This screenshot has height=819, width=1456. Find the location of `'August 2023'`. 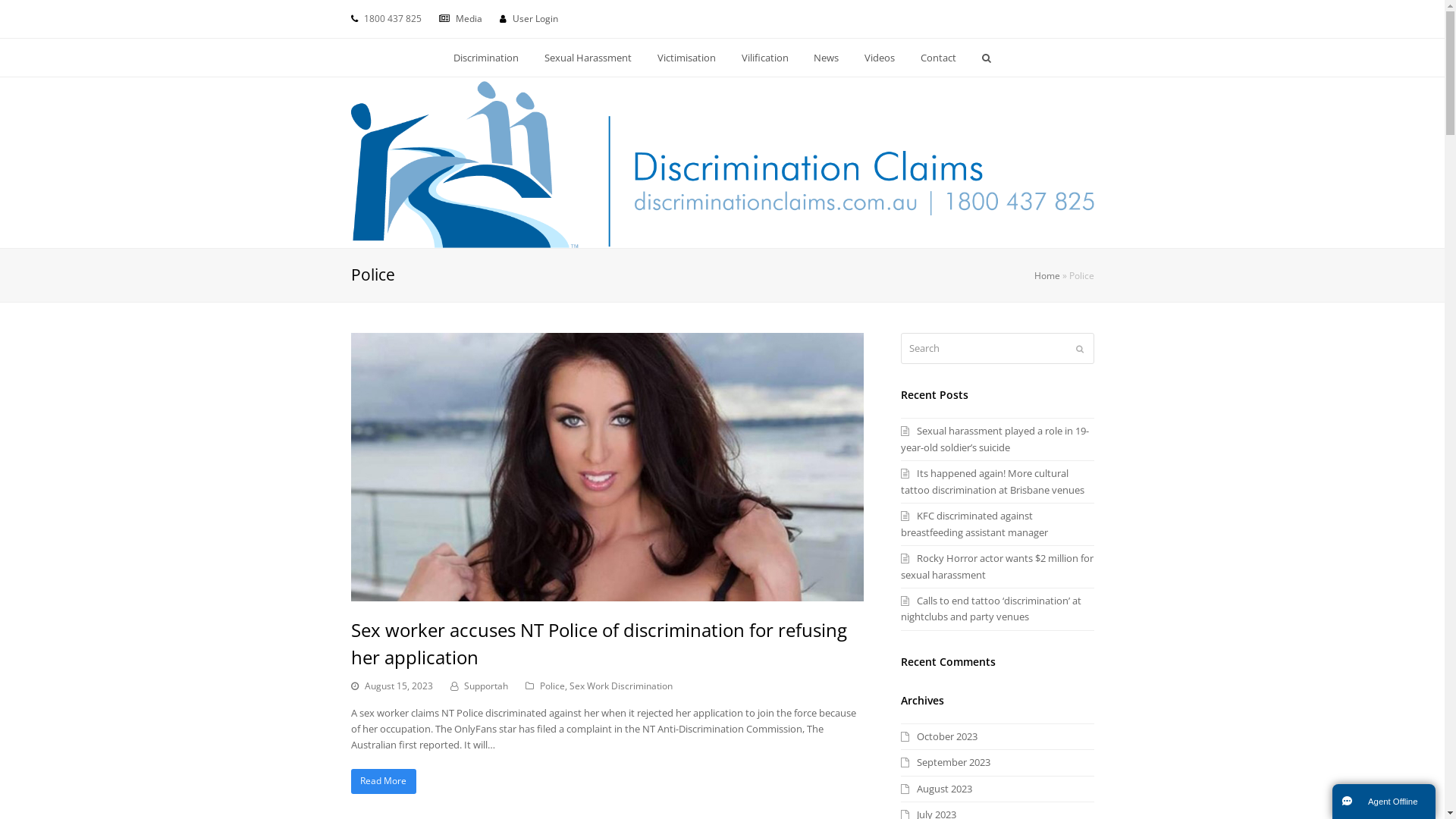

'August 2023' is located at coordinates (935, 788).